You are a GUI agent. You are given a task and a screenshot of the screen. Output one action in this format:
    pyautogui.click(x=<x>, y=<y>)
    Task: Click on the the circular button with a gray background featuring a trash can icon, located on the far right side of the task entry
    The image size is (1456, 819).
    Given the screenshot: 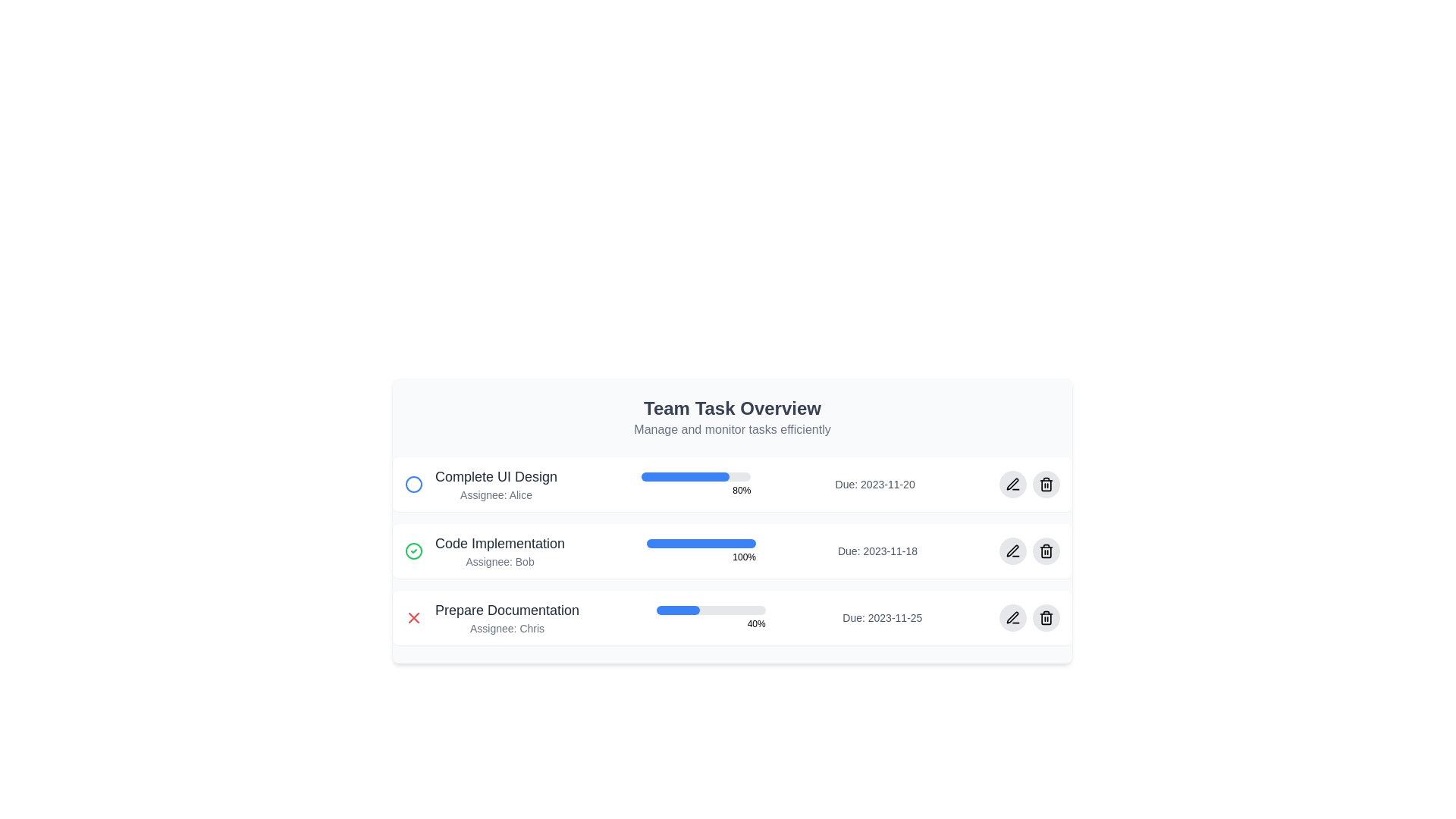 What is the action you would take?
    pyautogui.click(x=1045, y=617)
    